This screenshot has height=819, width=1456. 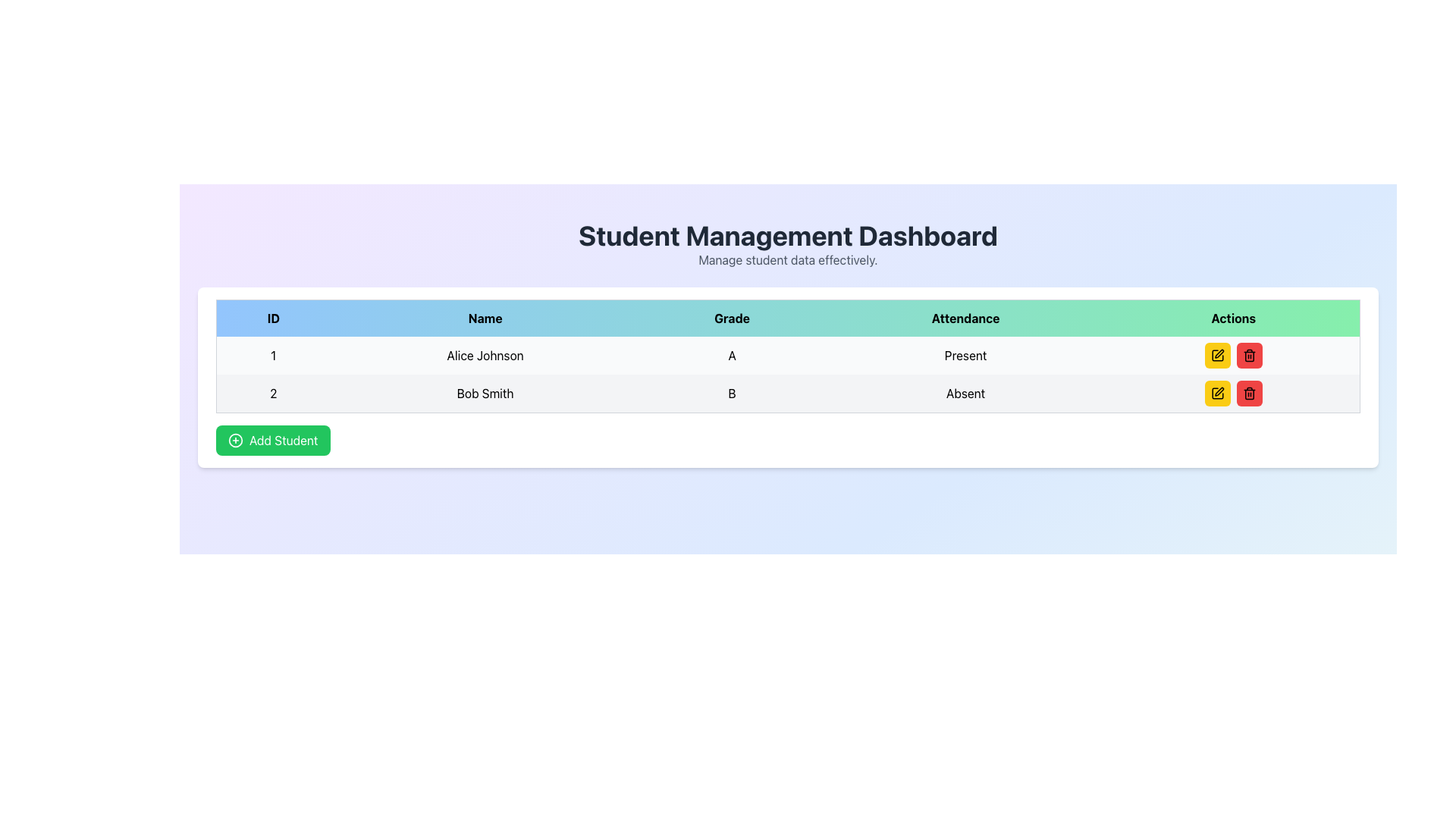 What do you see at coordinates (1217, 393) in the screenshot?
I see `the pen icon button within the yellow square background located in the 'Actions' column of the second row of the data table` at bounding box center [1217, 393].